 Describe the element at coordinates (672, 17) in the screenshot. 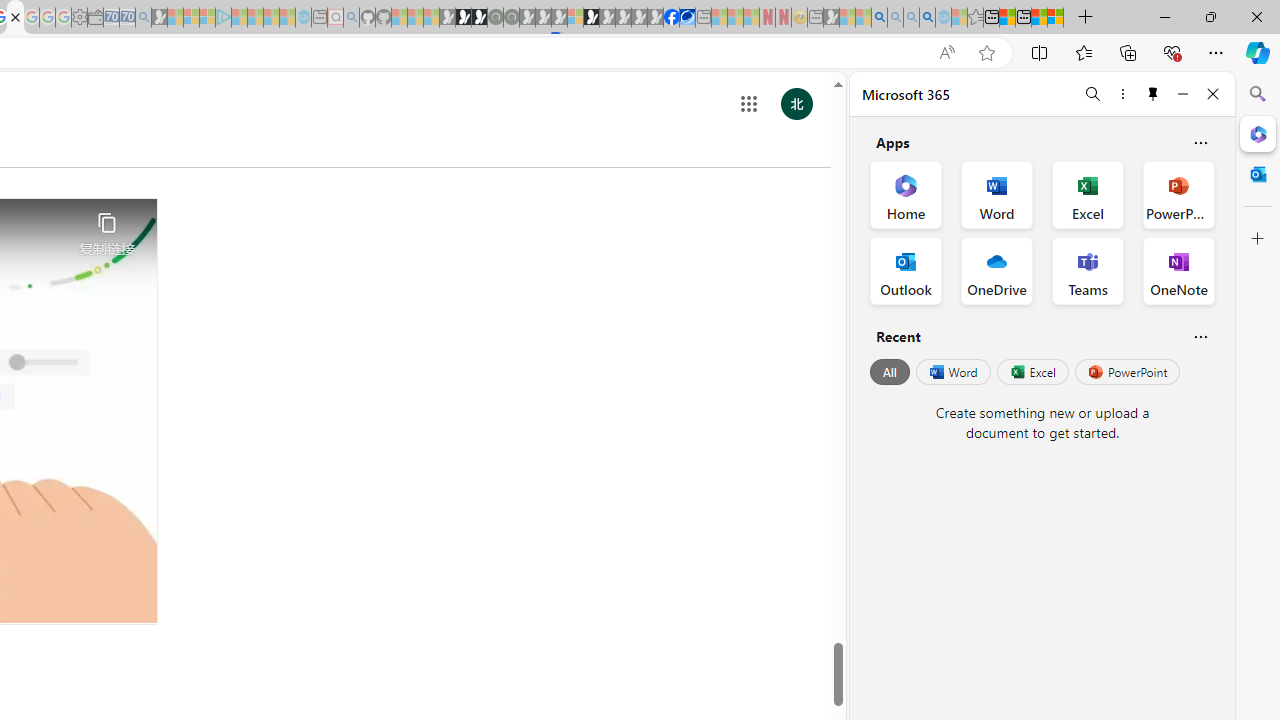

I see `'Nordace | Facebook'` at that location.